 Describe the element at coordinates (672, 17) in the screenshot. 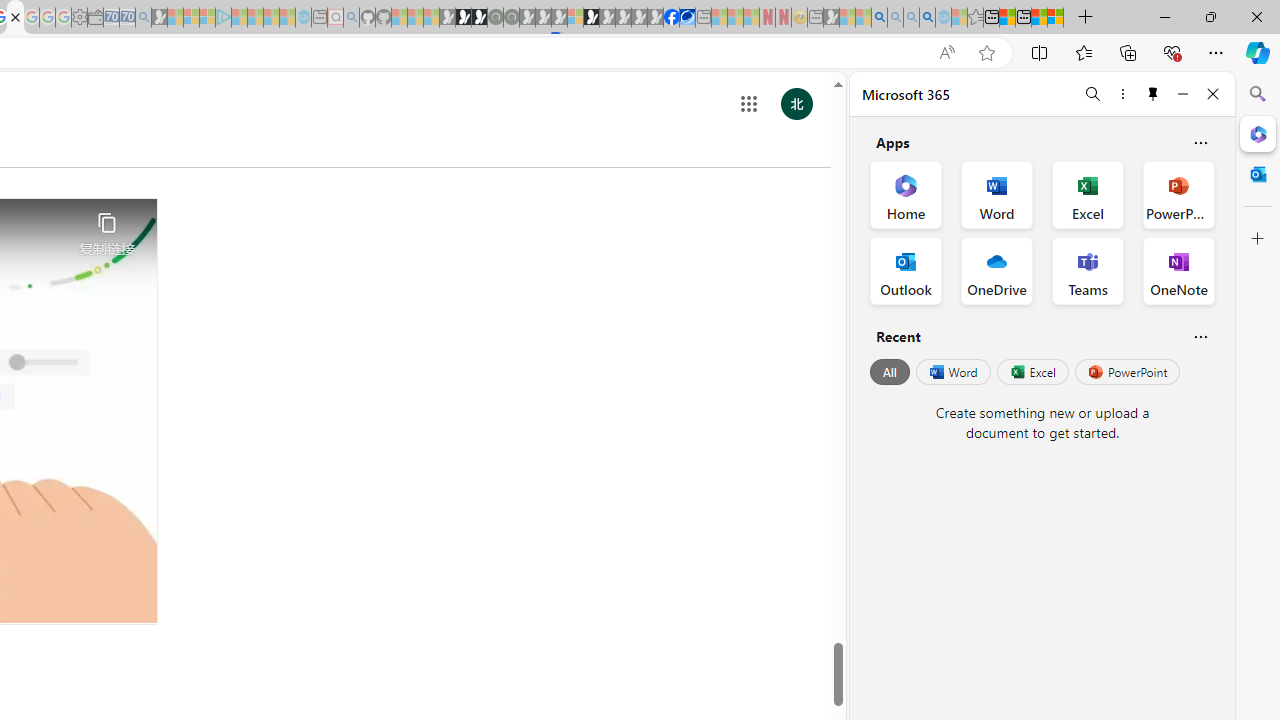

I see `'Nordace | Facebook'` at that location.